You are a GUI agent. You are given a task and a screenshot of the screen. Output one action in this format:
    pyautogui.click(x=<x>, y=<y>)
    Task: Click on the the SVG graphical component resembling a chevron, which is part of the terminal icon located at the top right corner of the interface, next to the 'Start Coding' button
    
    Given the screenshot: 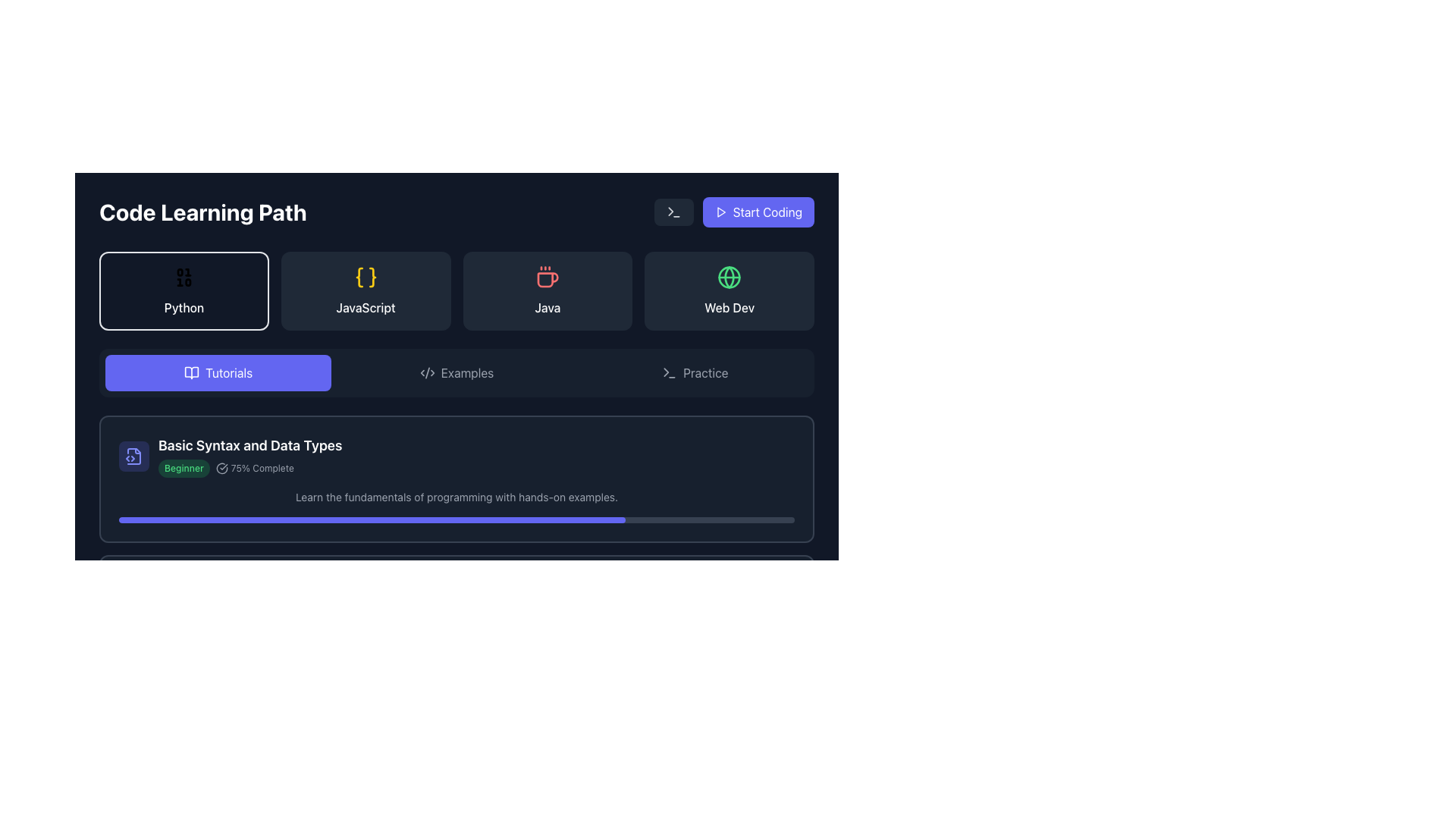 What is the action you would take?
    pyautogui.click(x=670, y=212)
    